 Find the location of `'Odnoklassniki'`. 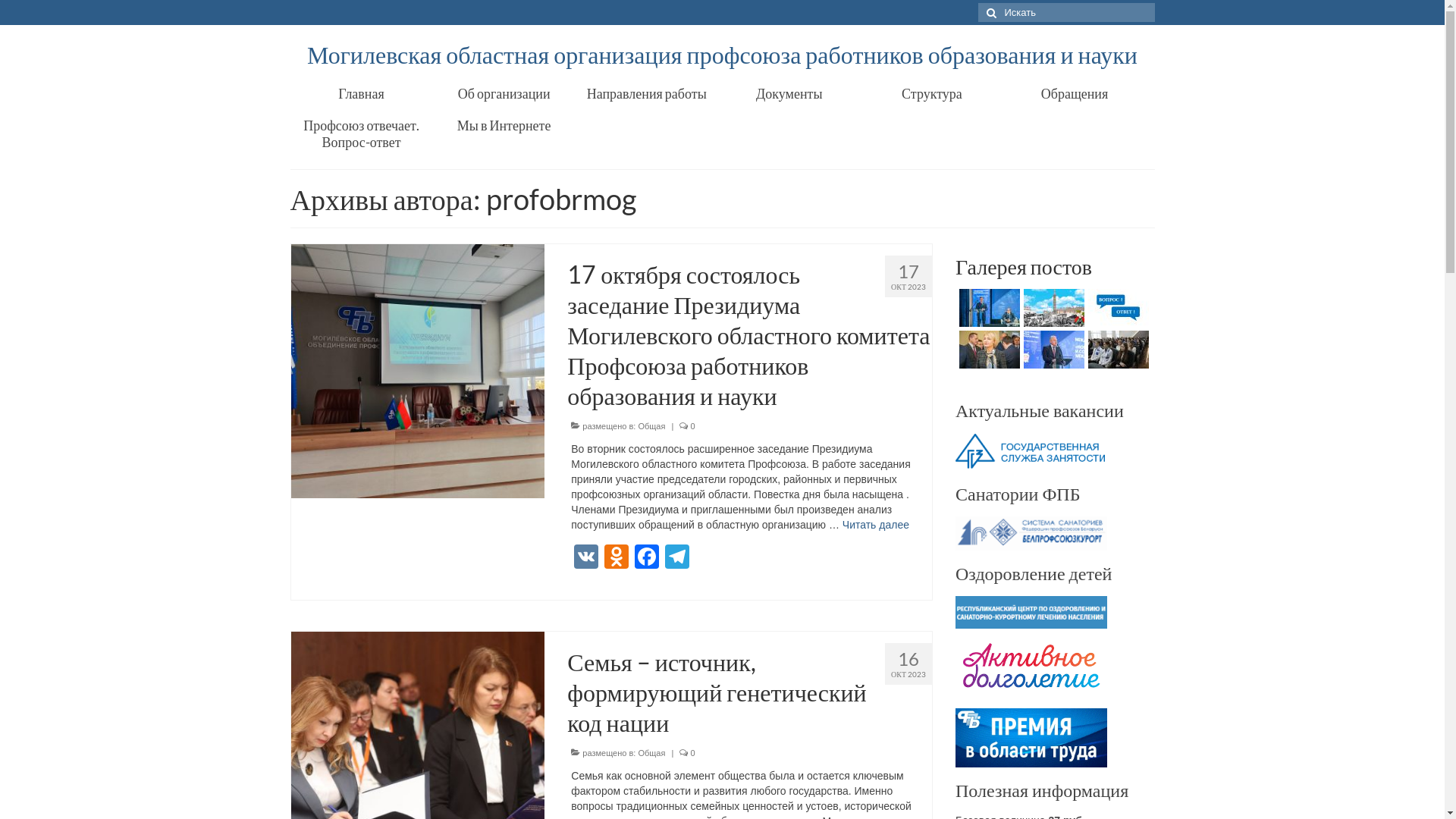

'Odnoklassniki' is located at coordinates (616, 558).